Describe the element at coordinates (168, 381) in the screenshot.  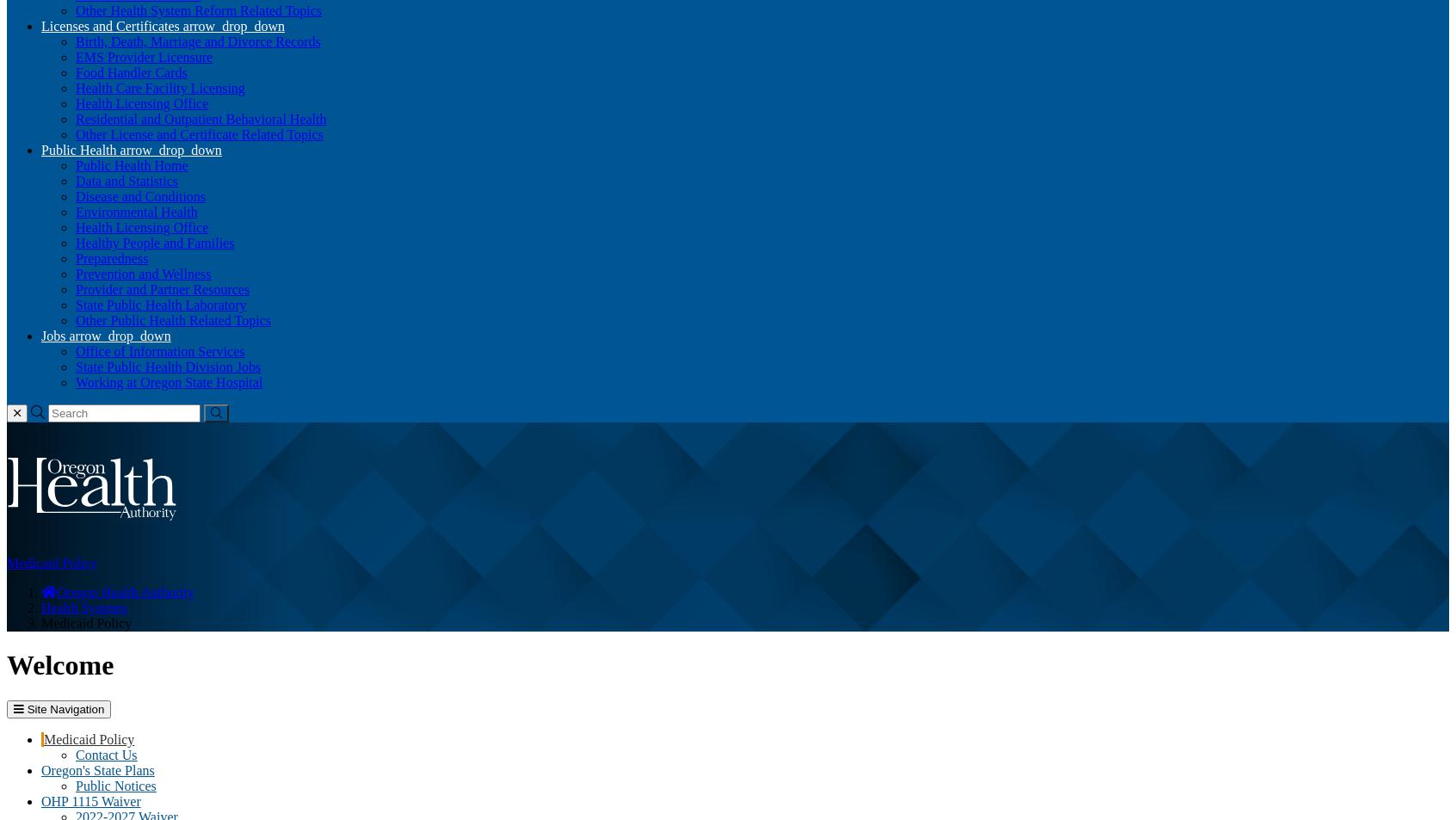
I see `'Working at Oregon State Hospital'` at that location.